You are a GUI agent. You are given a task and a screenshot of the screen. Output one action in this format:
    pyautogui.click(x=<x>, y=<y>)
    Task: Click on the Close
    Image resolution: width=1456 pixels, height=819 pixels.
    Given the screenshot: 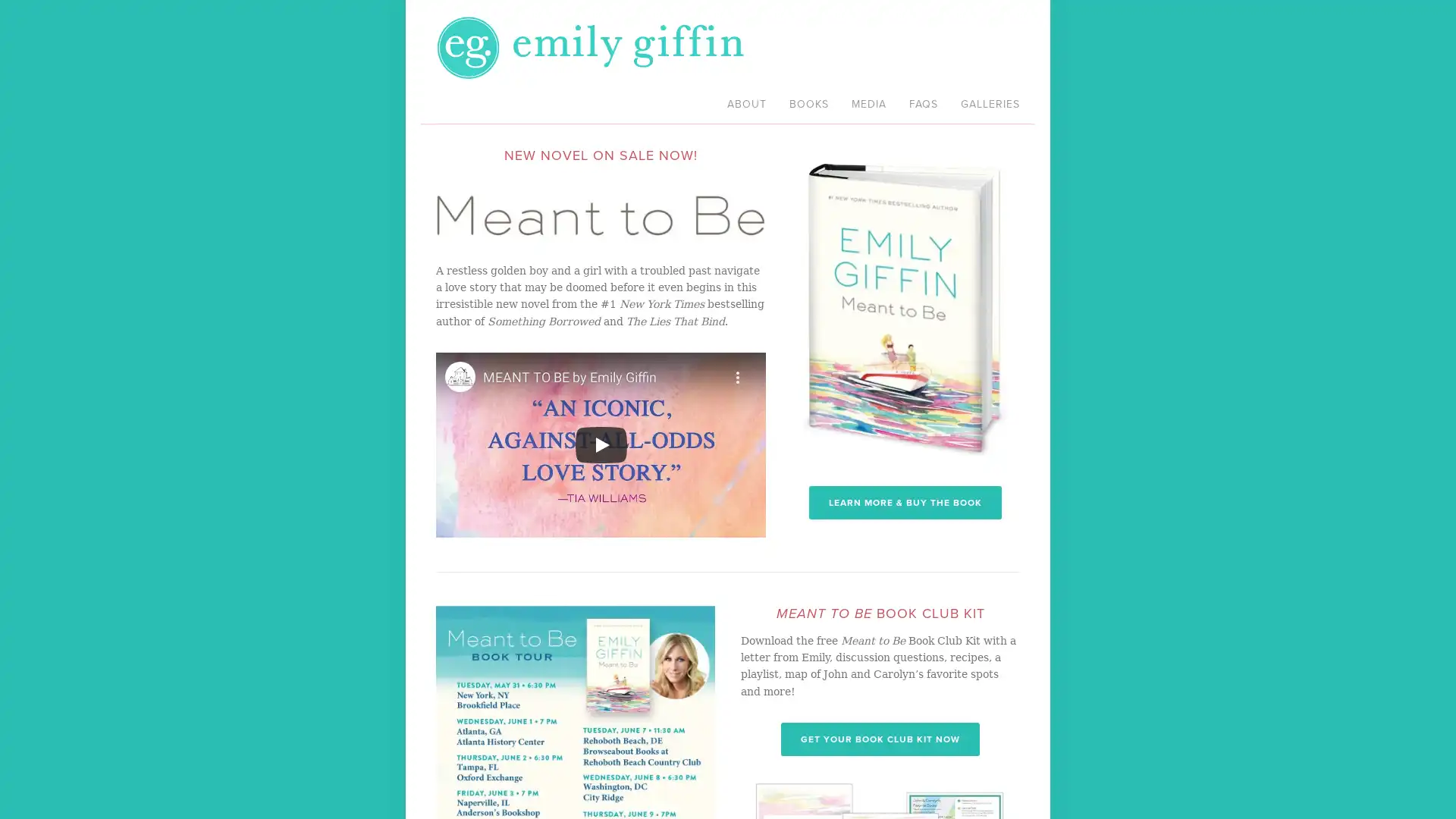 What is the action you would take?
    pyautogui.click(x=946, y=278)
    